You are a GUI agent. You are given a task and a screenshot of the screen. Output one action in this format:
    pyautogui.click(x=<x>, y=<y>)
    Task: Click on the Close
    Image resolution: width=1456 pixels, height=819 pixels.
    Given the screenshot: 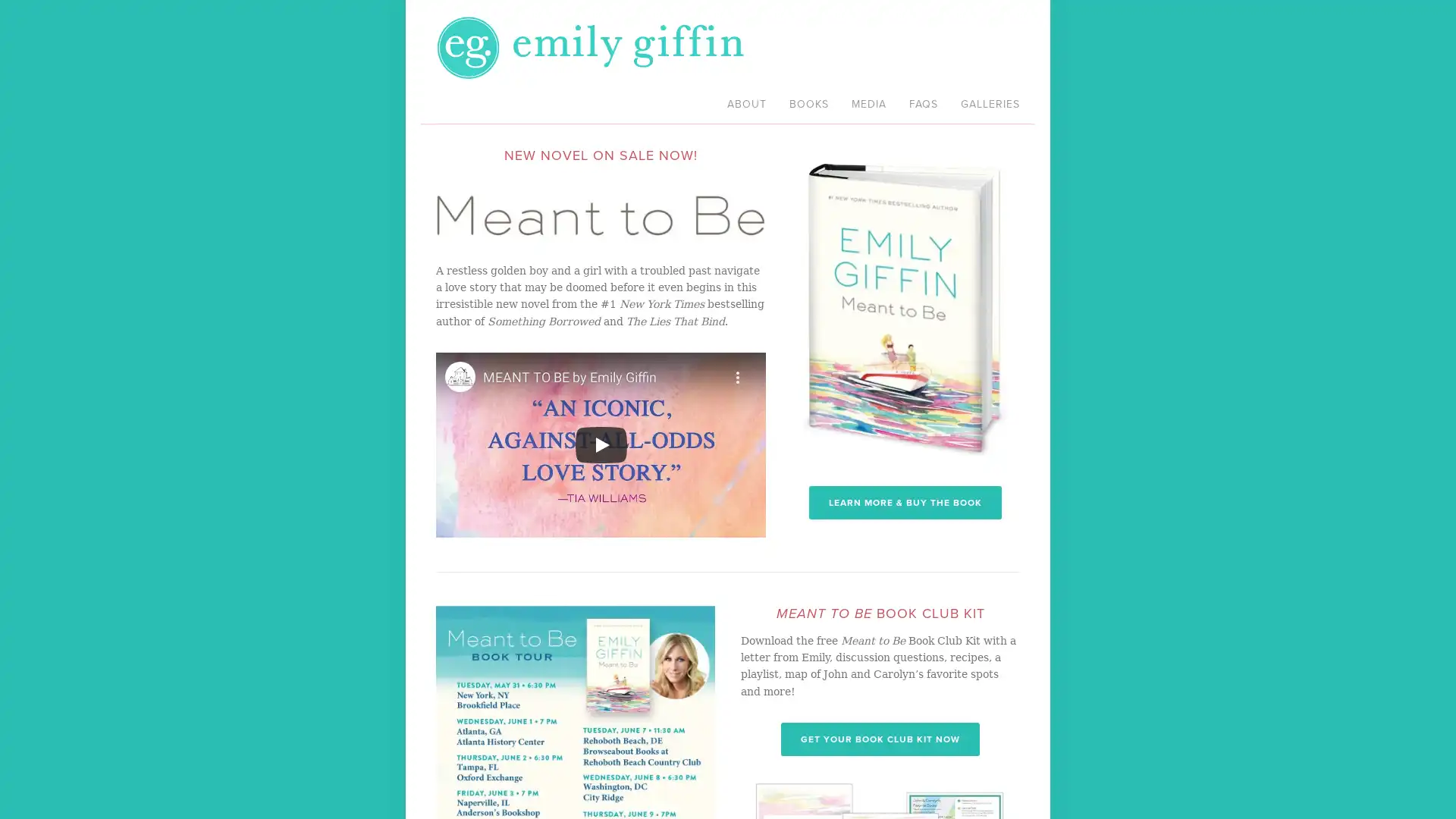 What is the action you would take?
    pyautogui.click(x=946, y=278)
    